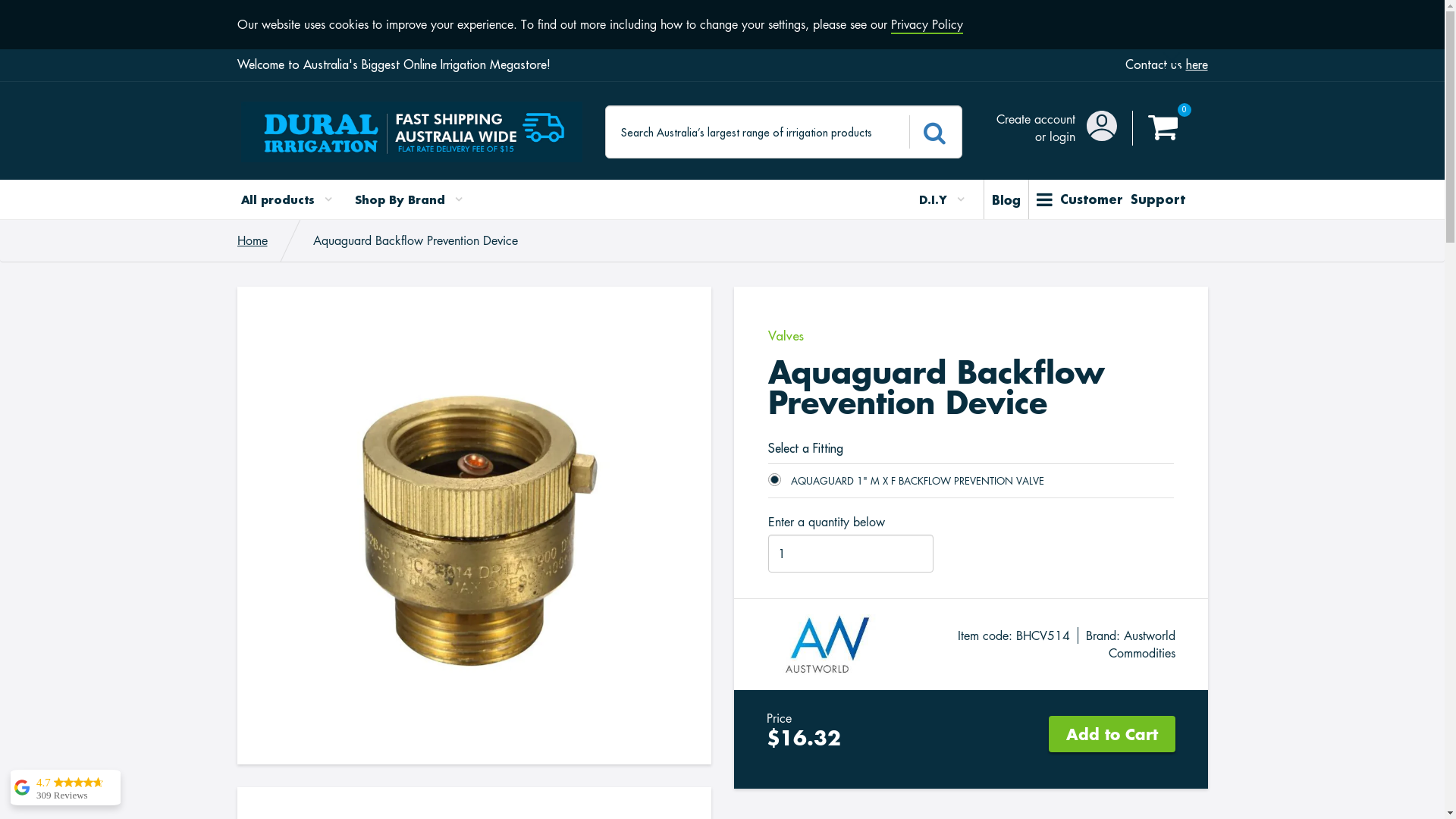  Describe the element at coordinates (908, 130) in the screenshot. I see `'Search'` at that location.